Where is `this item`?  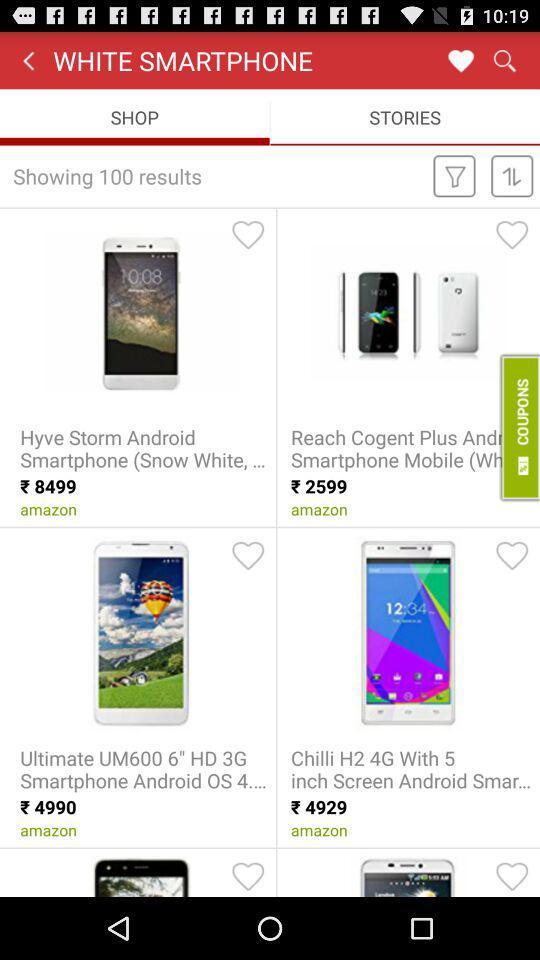 this item is located at coordinates (512, 875).